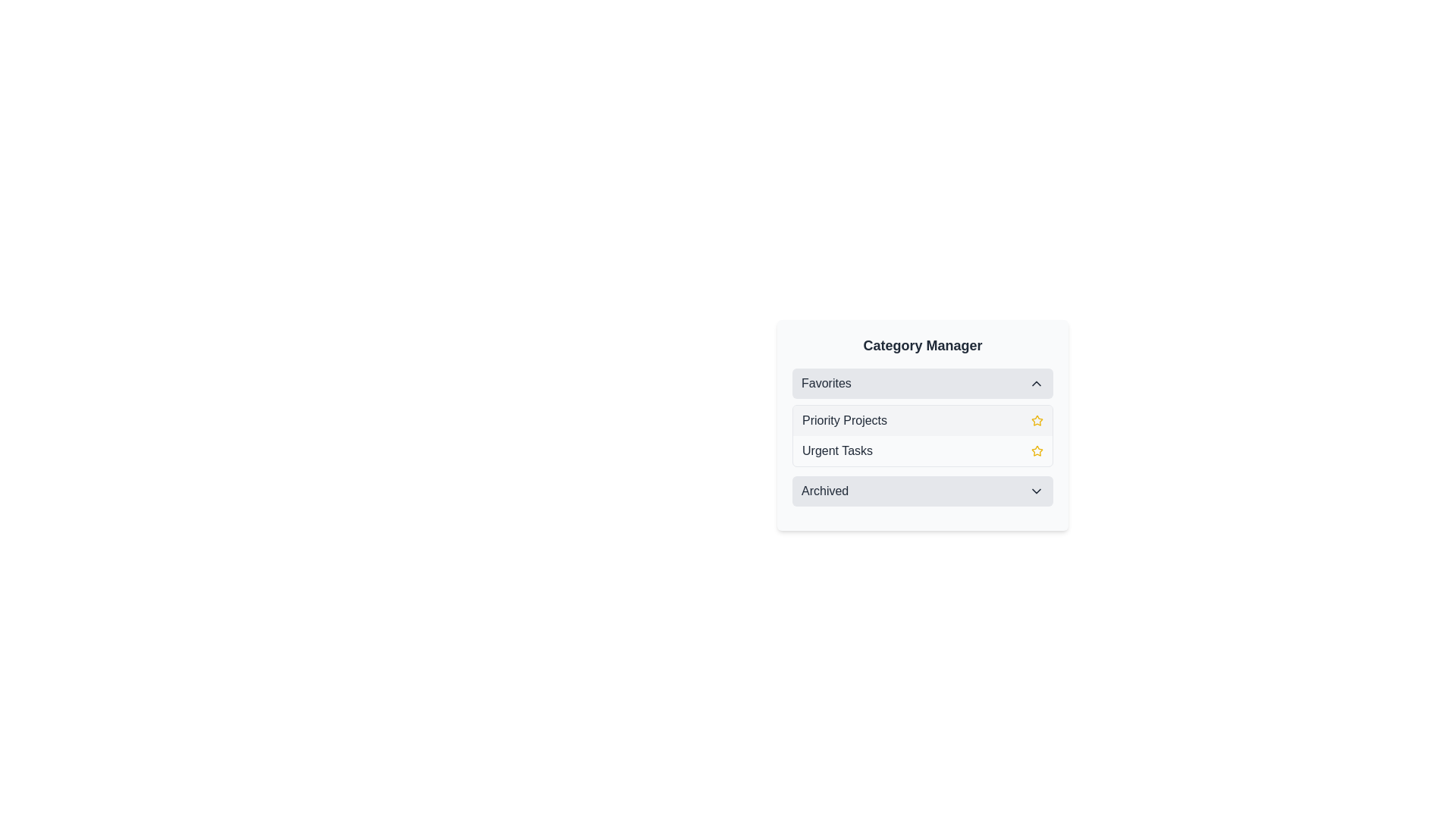  What do you see at coordinates (922, 491) in the screenshot?
I see `the 'Archived' menu item located at the bottom of the 'Category Manager' section` at bounding box center [922, 491].